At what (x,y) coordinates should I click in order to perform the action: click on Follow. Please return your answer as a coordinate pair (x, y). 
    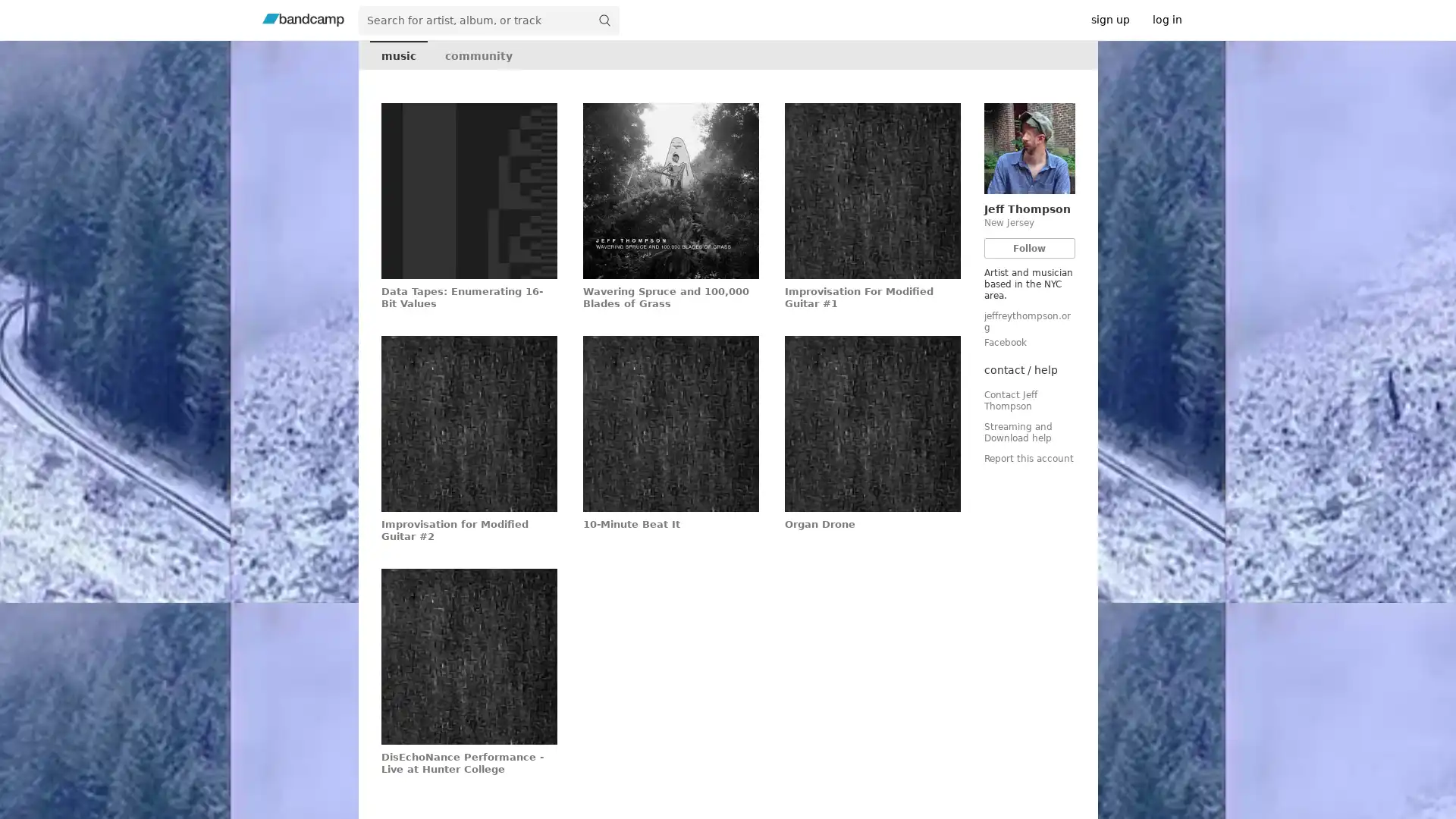
    Looking at the image, I should click on (1029, 247).